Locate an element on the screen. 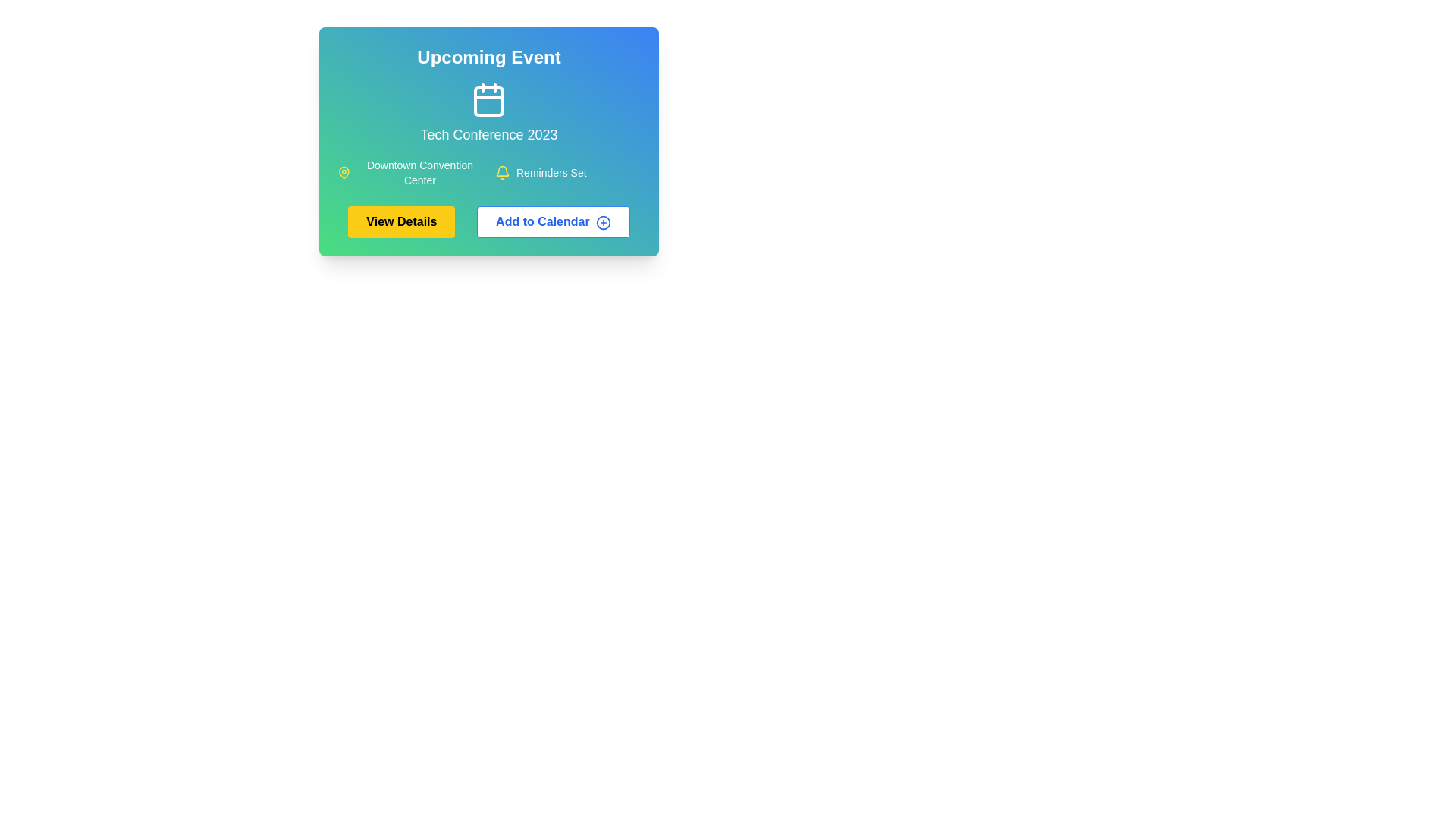 This screenshot has width=1456, height=819. the 'Add to Calendar' button, which is a blue-bordered button with rounded corners and a plus icon is located at coordinates (552, 222).